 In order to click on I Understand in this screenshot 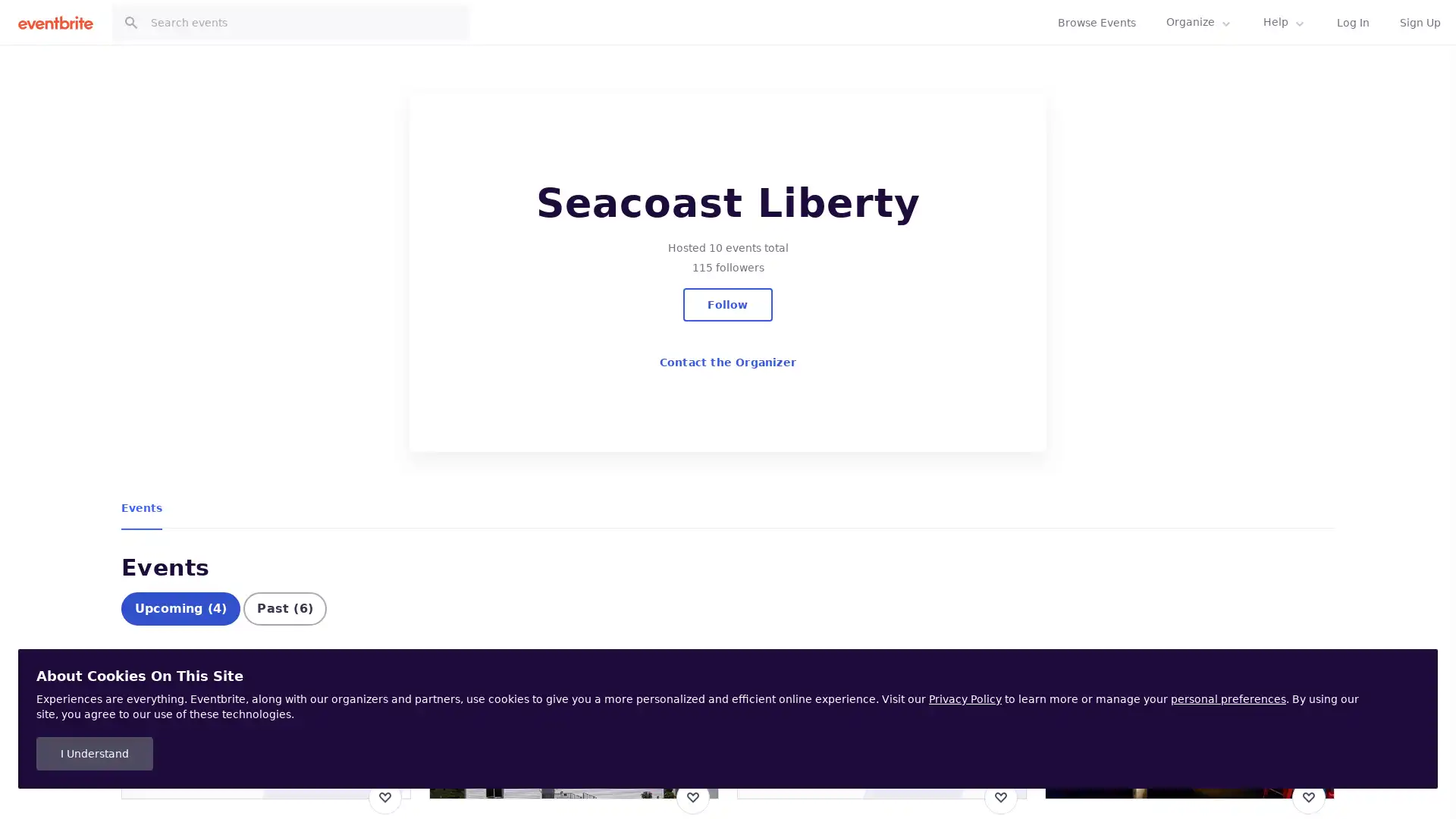, I will do `click(93, 754)`.